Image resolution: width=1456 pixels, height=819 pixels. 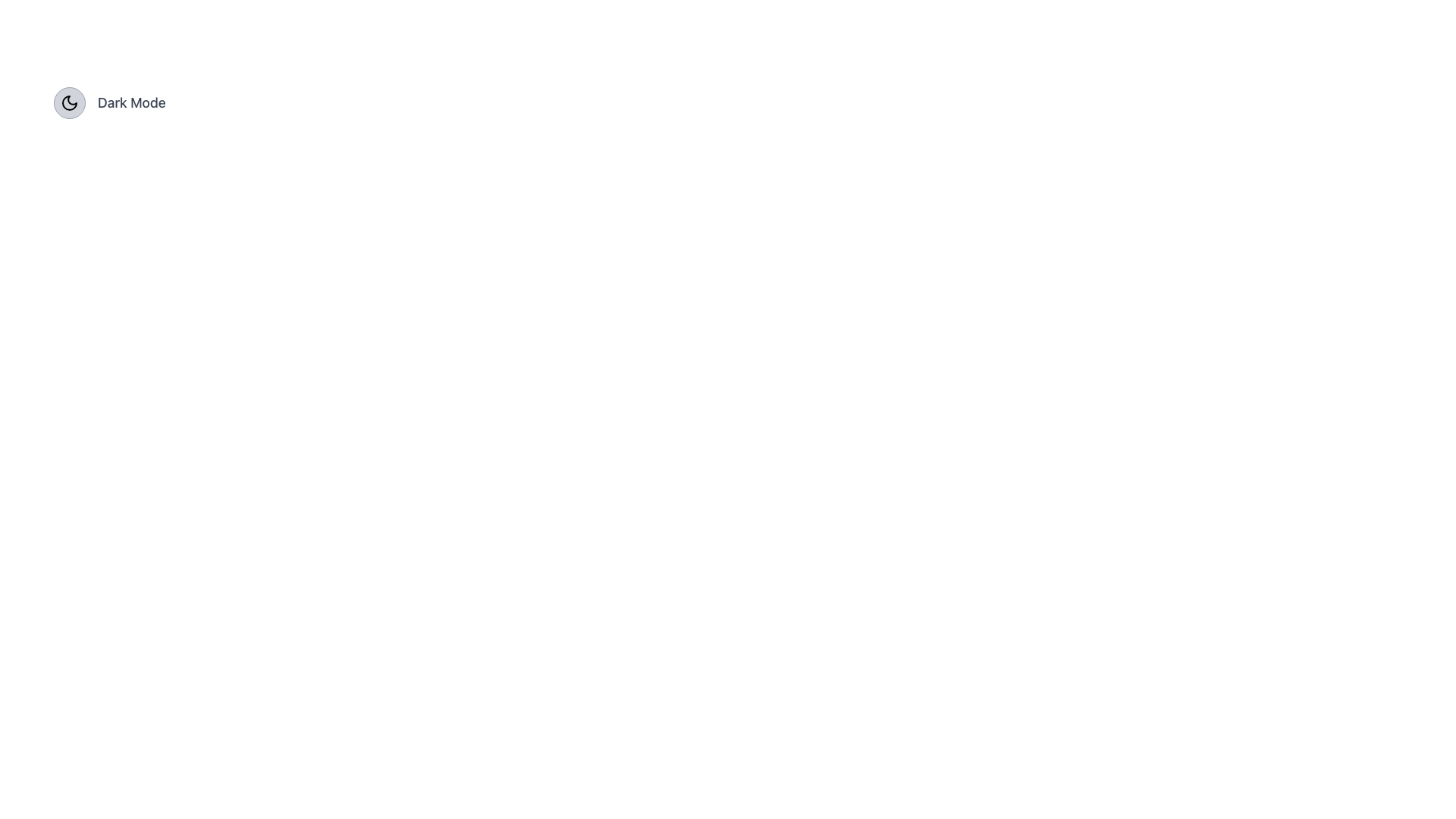 What do you see at coordinates (68, 102) in the screenshot?
I see `the crescent moon icon within the circular button that is part of the 'Dark Mode' setting, located at the top-left area of the interface` at bounding box center [68, 102].